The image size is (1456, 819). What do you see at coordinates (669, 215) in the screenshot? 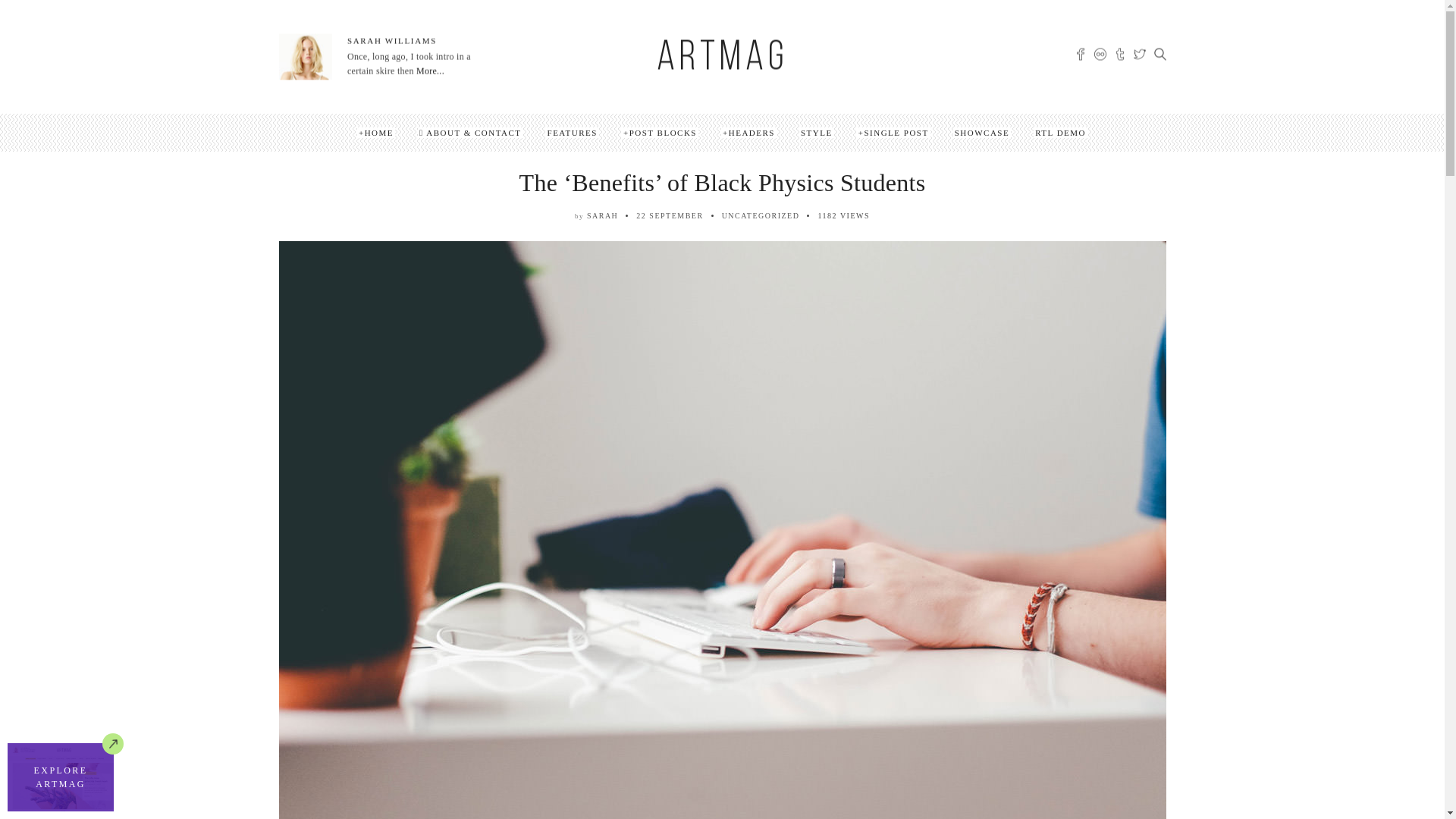
I see `'22 SEPTEMBER'` at bounding box center [669, 215].